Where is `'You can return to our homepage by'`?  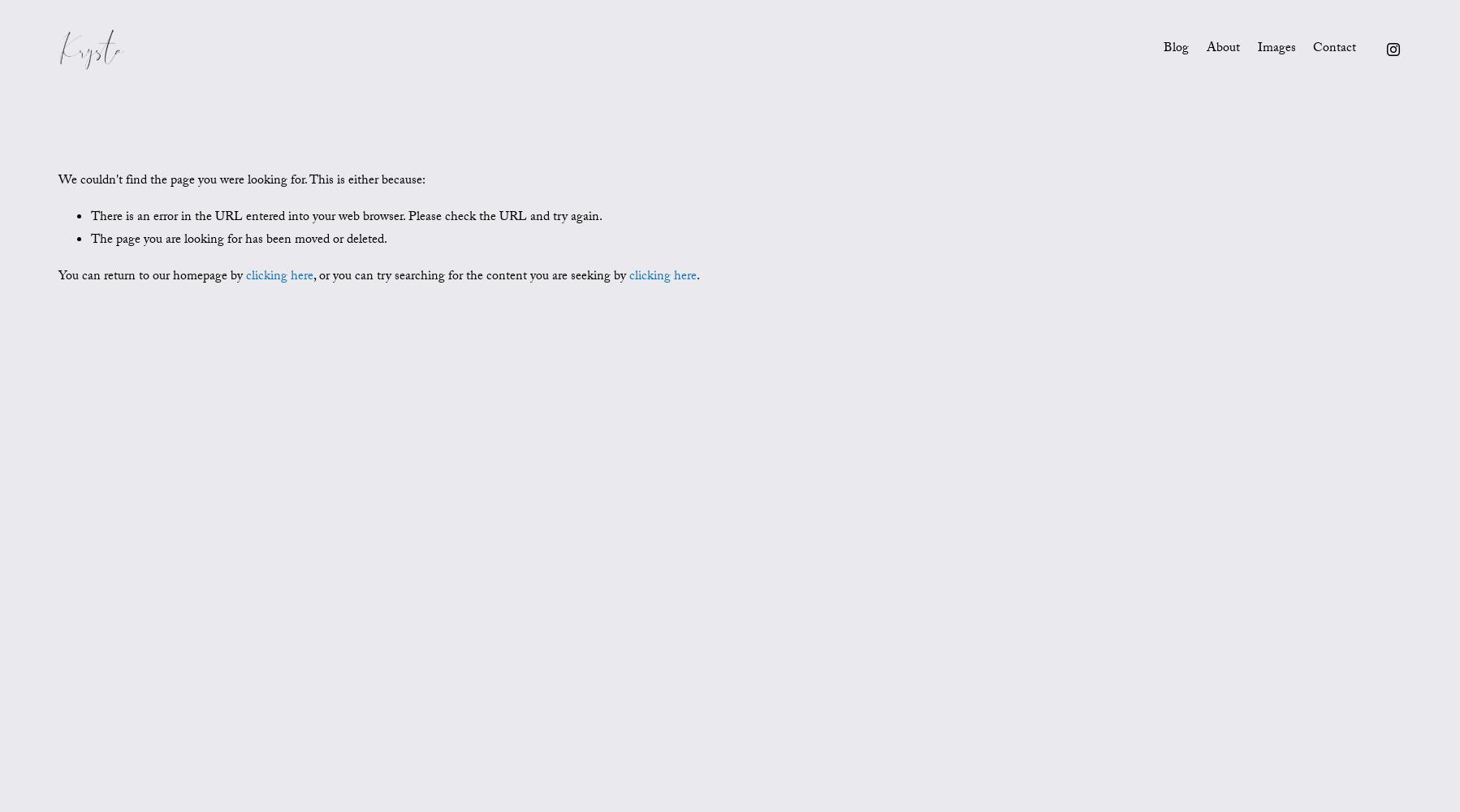
'You can return to our homepage by' is located at coordinates (151, 276).